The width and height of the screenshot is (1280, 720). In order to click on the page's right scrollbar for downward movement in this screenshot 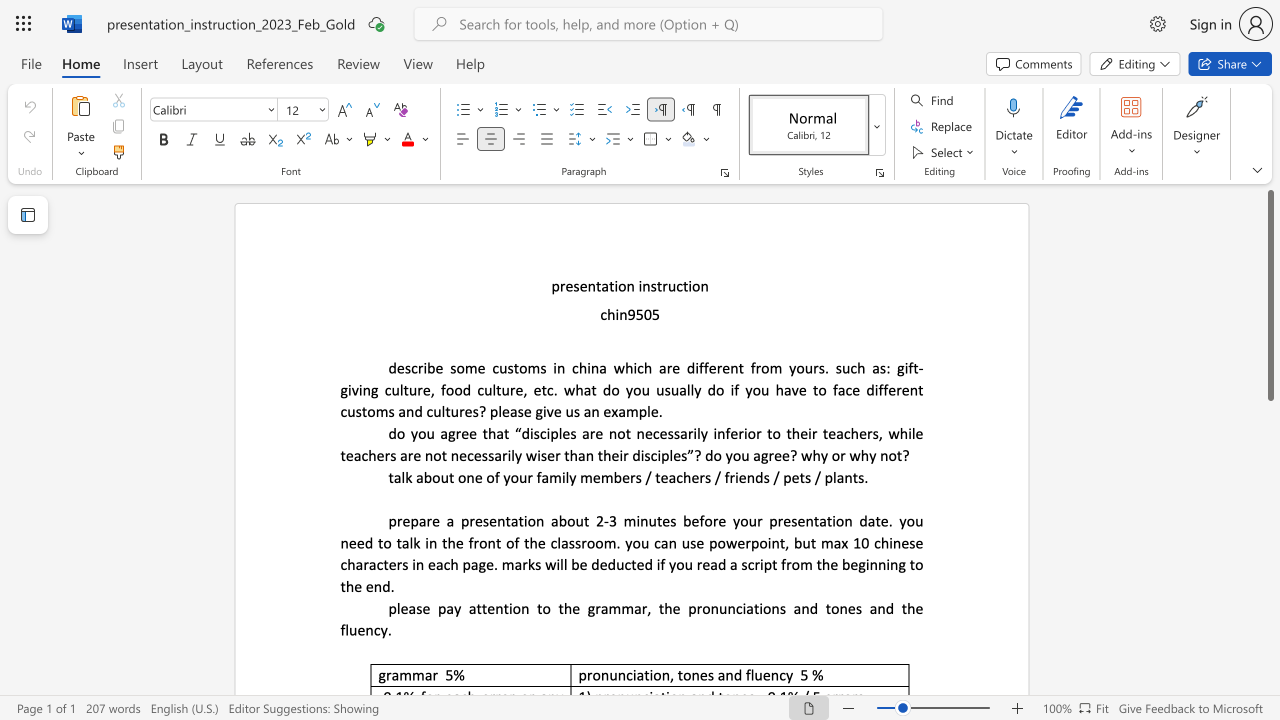, I will do `click(1269, 630)`.